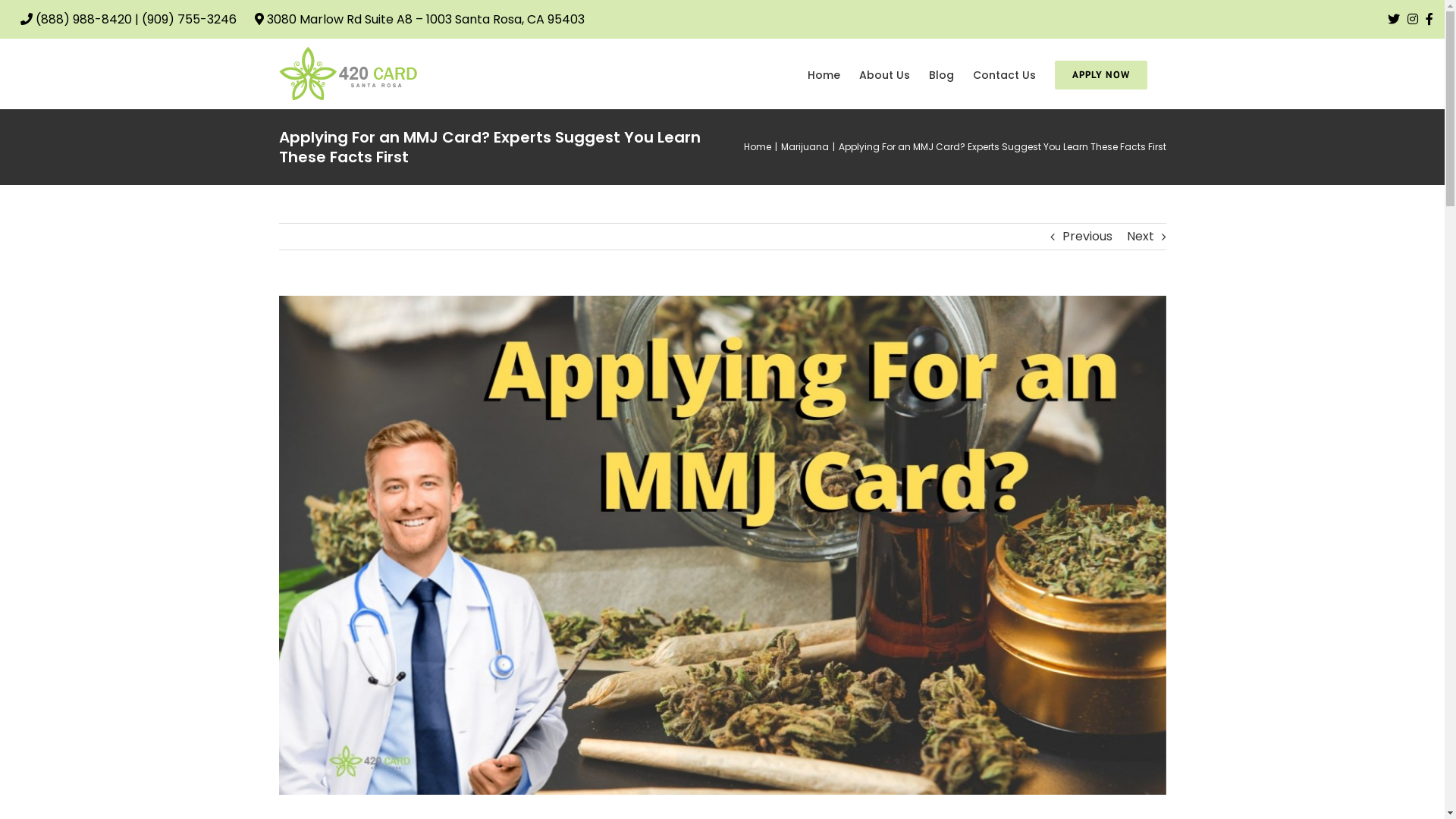 This screenshot has width=1456, height=819. Describe the element at coordinates (804, 146) in the screenshot. I see `'Marijuana'` at that location.